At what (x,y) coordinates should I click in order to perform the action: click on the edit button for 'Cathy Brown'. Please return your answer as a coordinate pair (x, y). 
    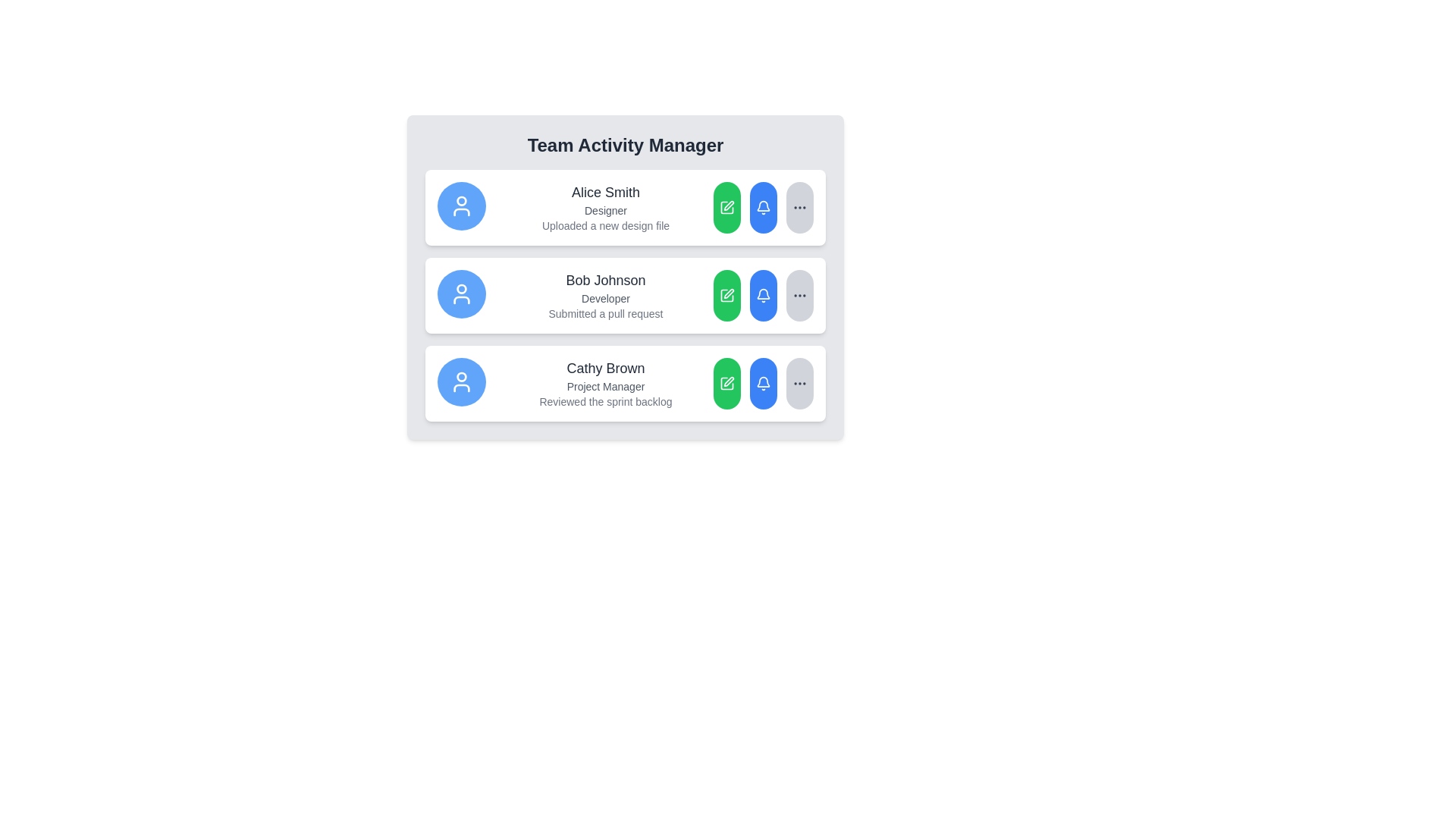
    Looking at the image, I should click on (726, 382).